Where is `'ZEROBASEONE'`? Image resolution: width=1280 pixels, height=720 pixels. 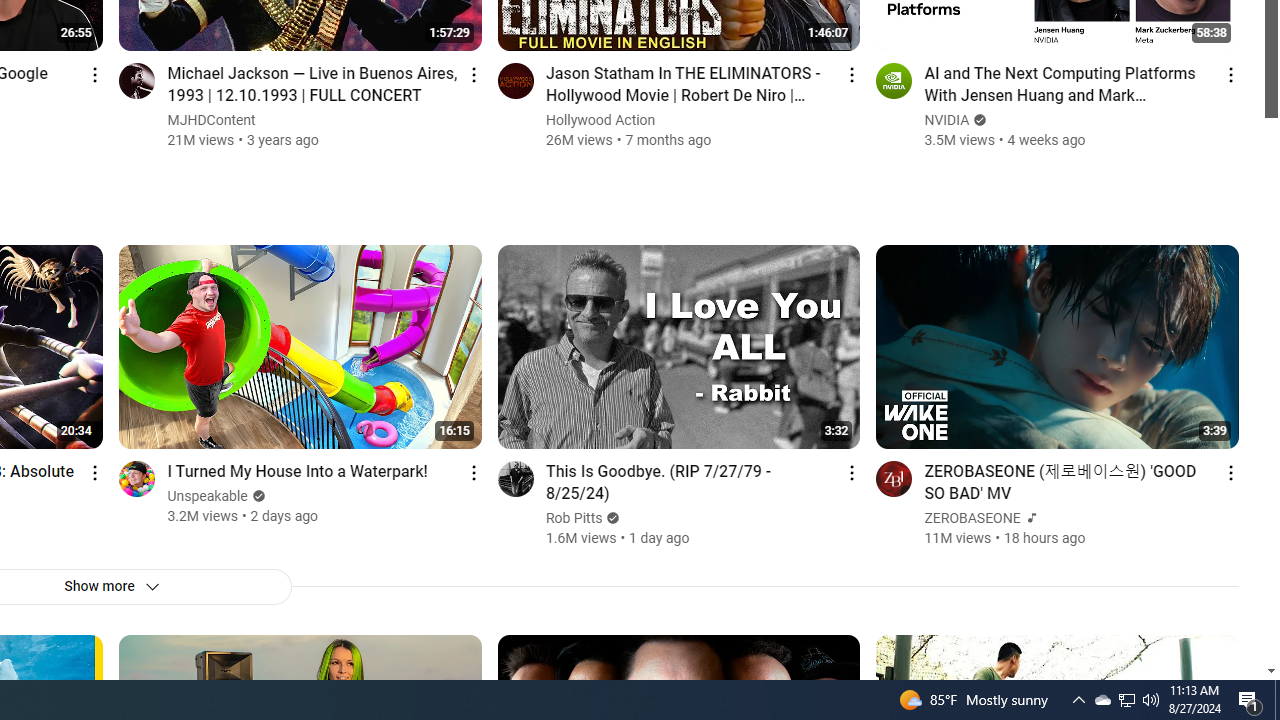
'ZEROBASEONE' is located at coordinates (973, 517).